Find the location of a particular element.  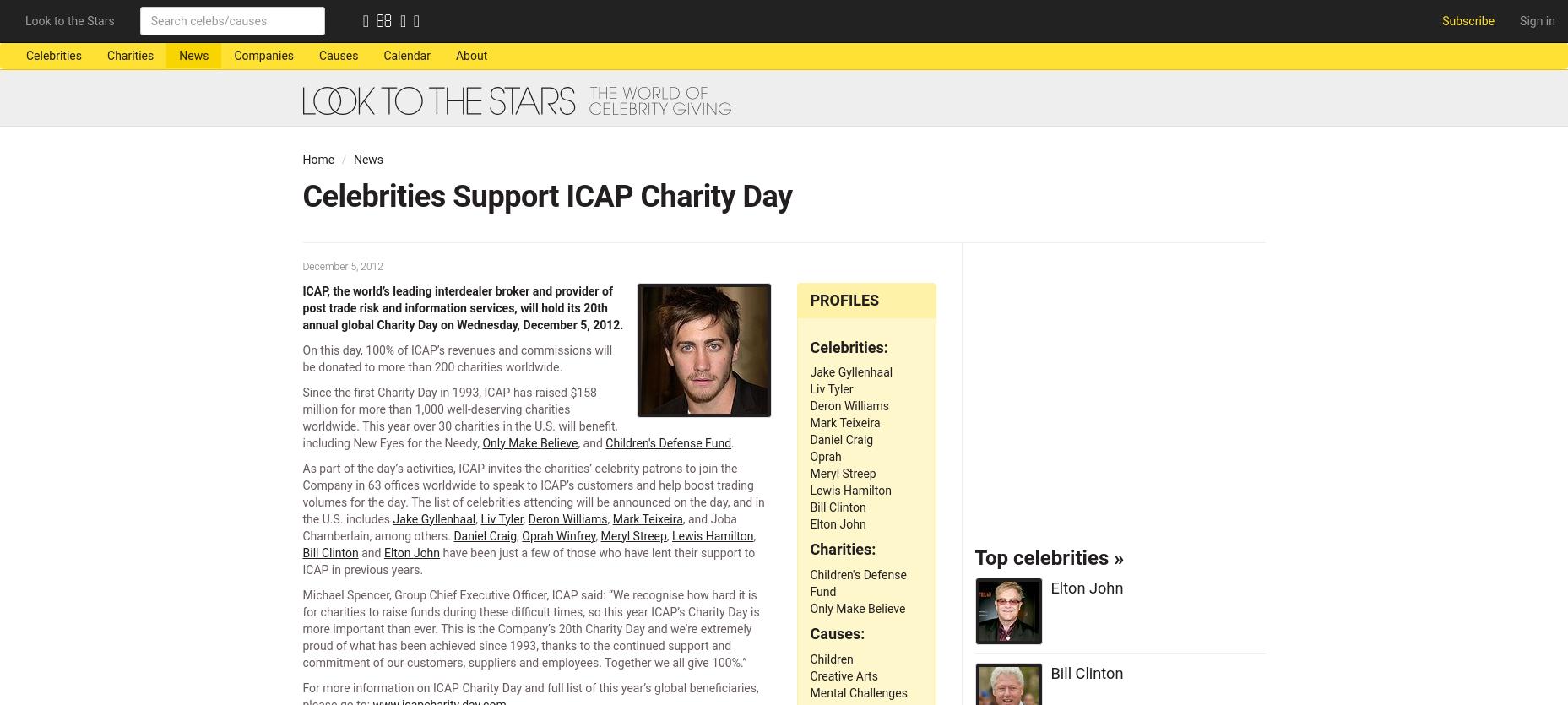

'in previous years.' is located at coordinates (374, 569).